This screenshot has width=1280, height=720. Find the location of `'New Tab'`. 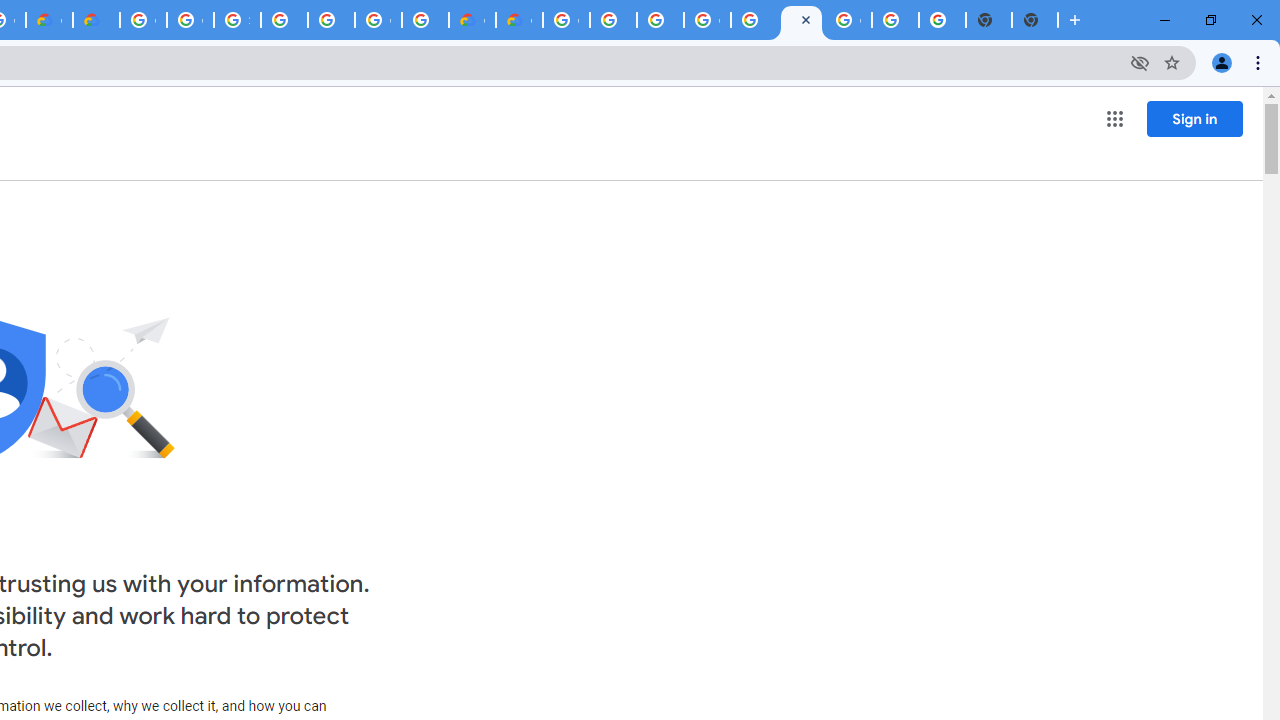

'New Tab' is located at coordinates (1035, 20).